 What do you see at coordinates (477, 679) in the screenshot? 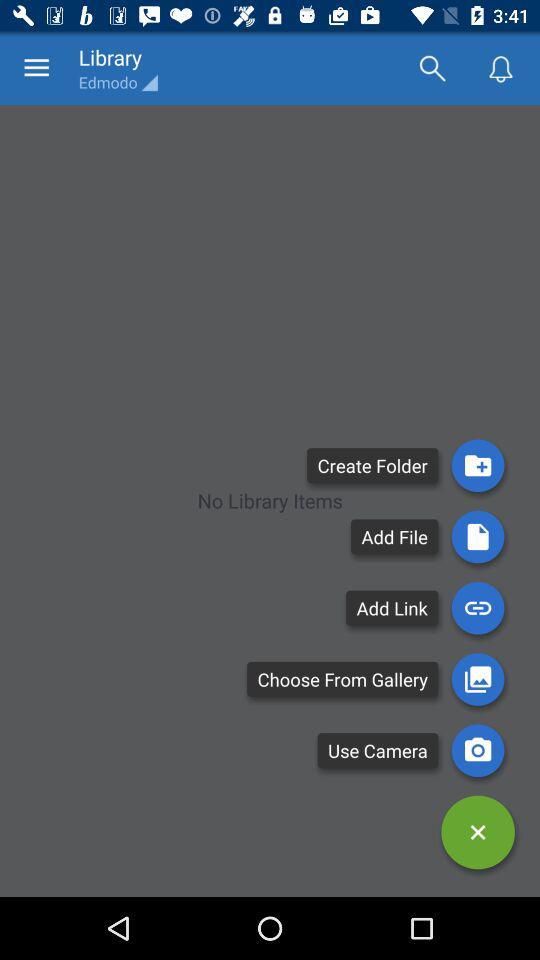
I see `picture` at bounding box center [477, 679].